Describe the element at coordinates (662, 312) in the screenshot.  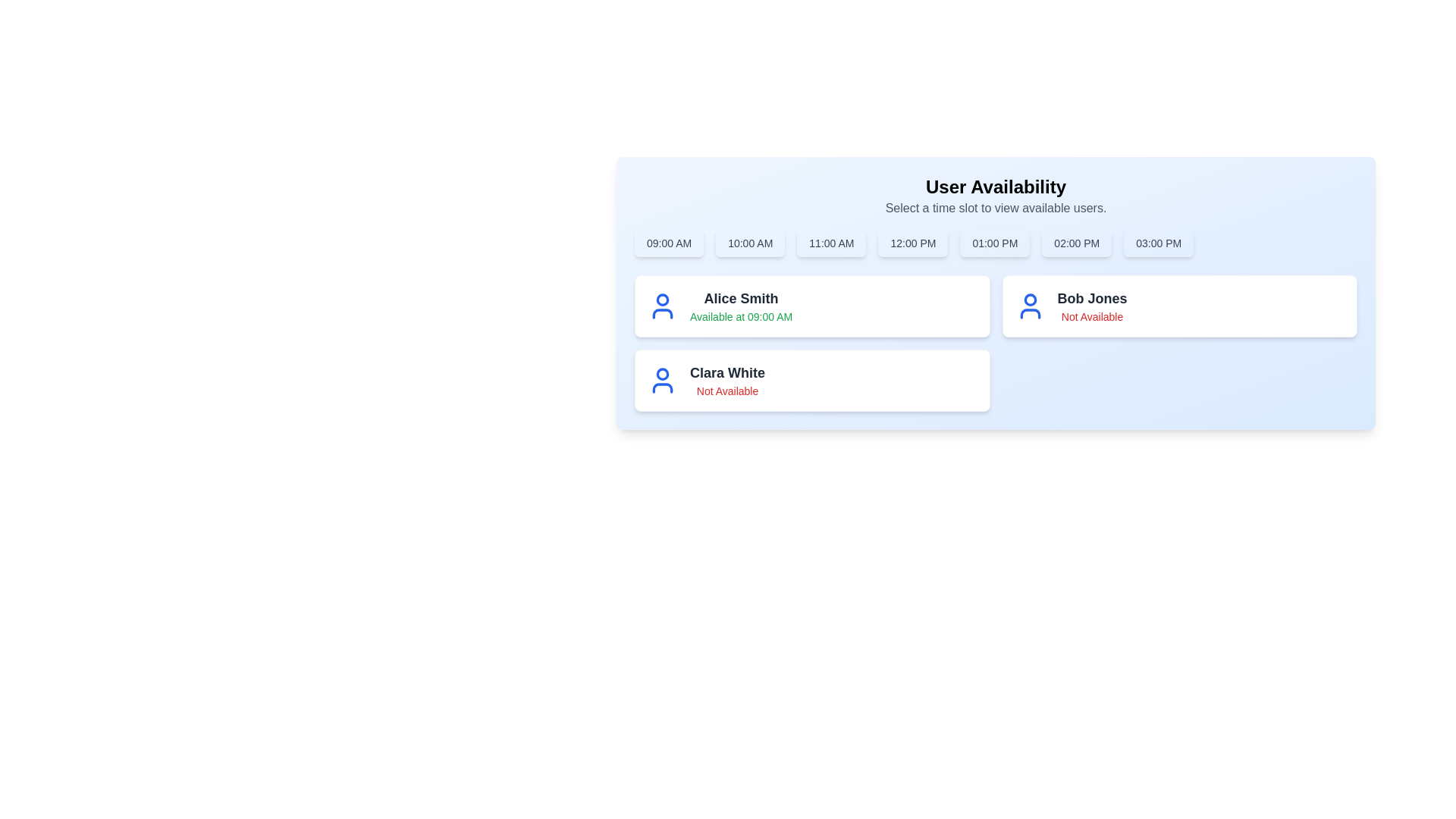
I see `the bottom arc of the user profile icon representing Clara White's shoulders or body outline, located in the User Availability section` at that location.